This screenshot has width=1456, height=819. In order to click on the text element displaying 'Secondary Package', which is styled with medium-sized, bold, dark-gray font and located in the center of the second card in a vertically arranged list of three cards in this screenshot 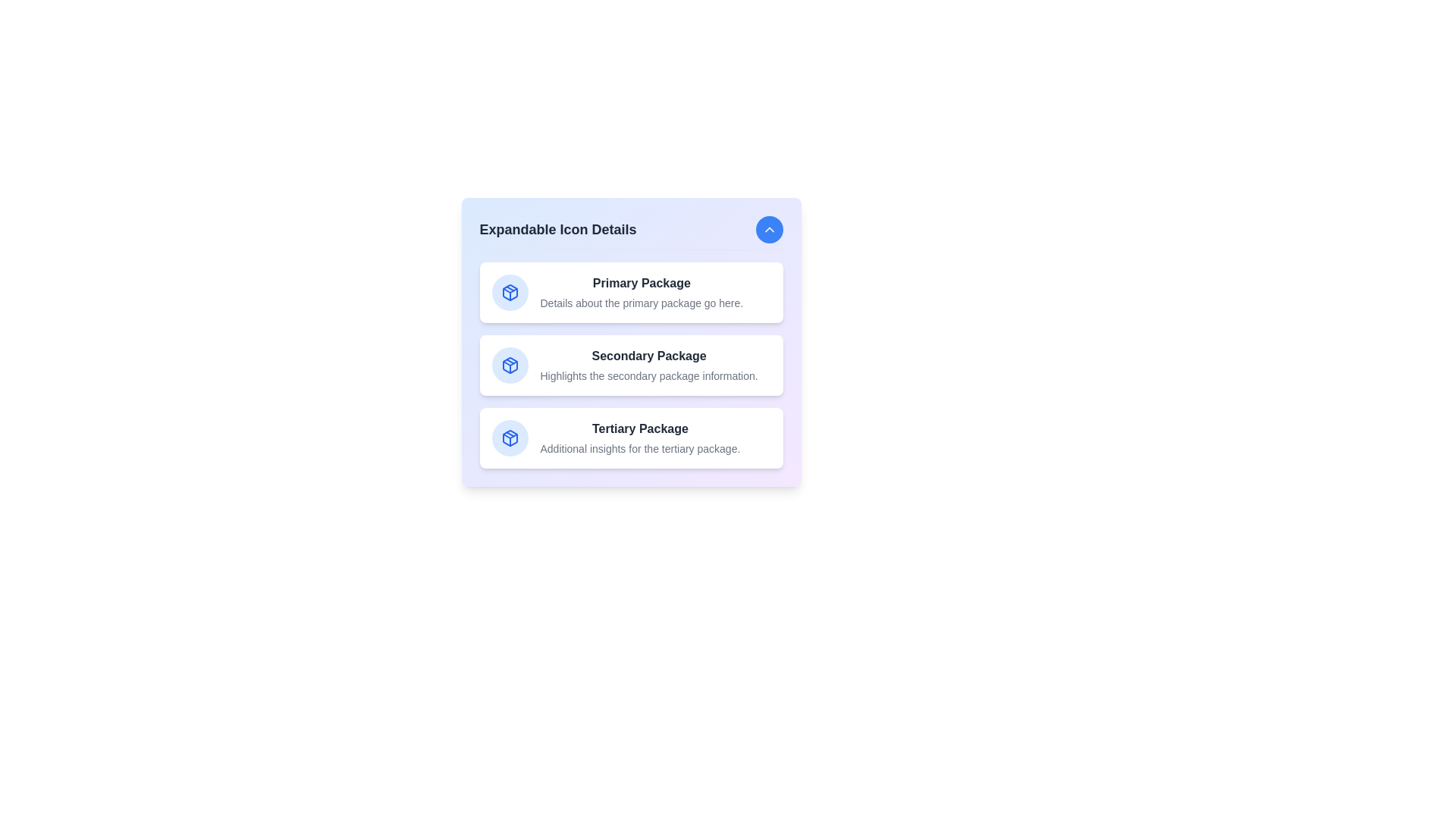, I will do `click(649, 356)`.